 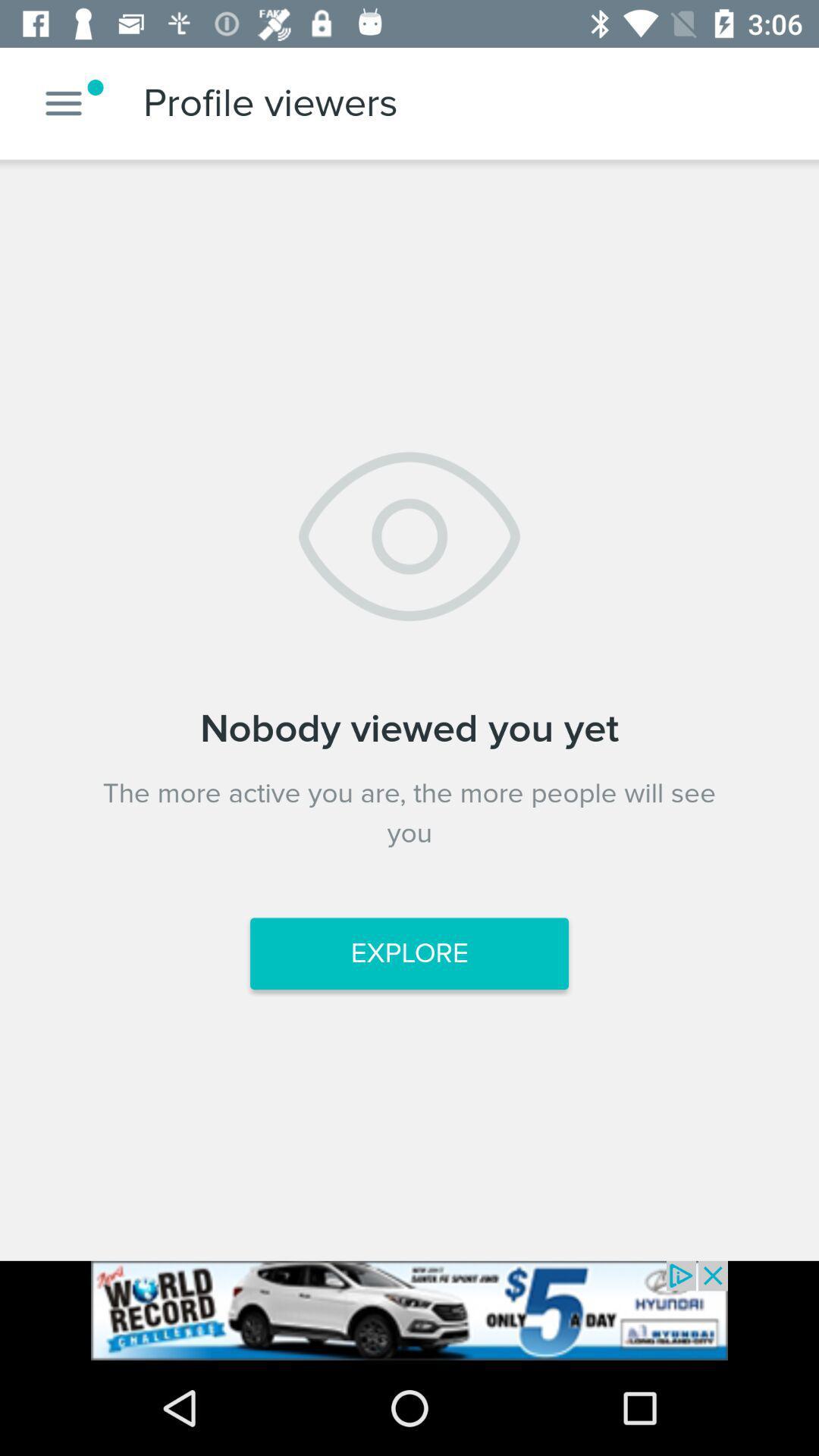 I want to click on menu, so click(x=63, y=102).